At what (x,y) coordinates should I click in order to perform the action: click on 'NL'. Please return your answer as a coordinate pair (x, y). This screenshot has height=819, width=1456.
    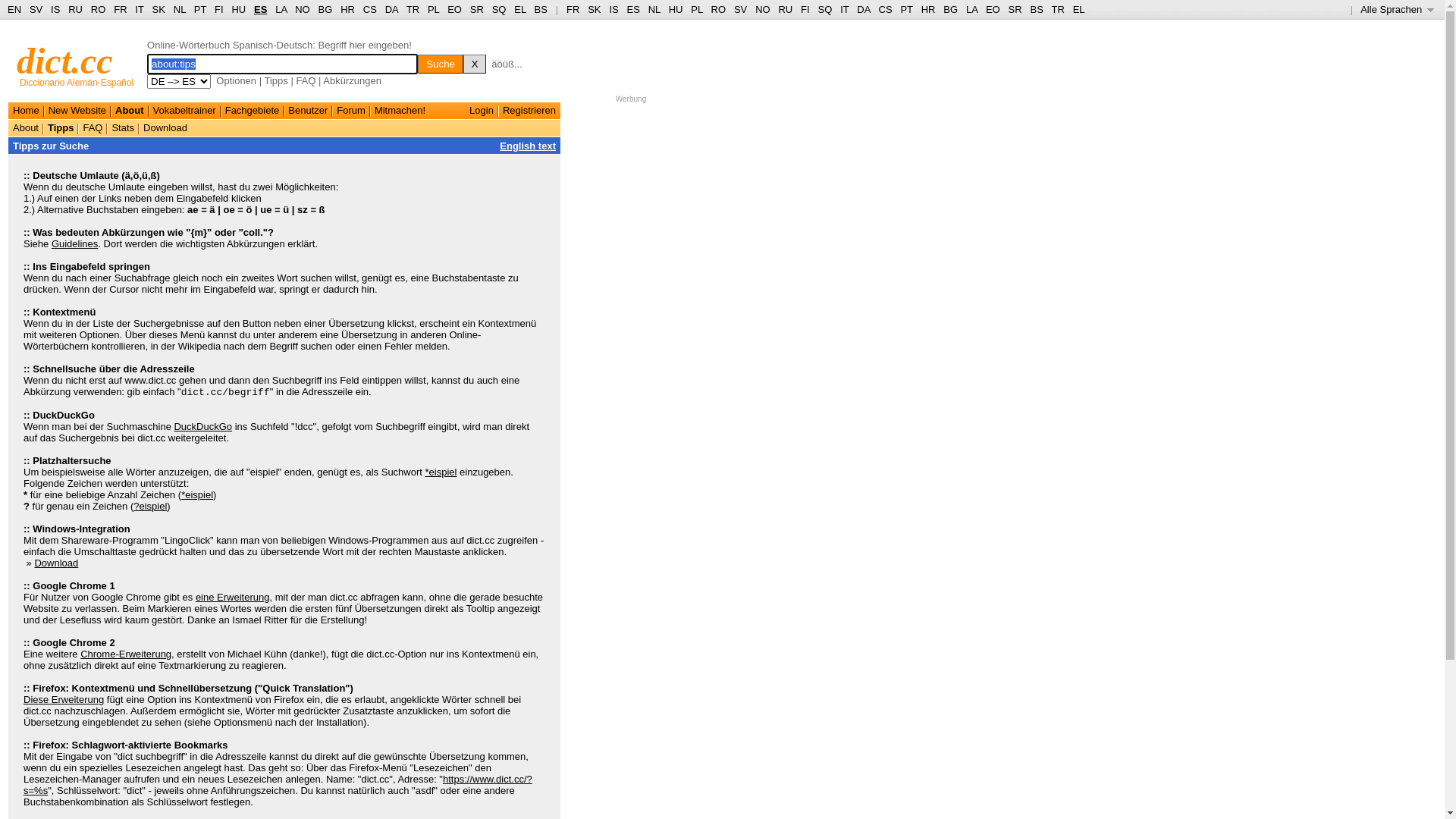
    Looking at the image, I should click on (179, 9).